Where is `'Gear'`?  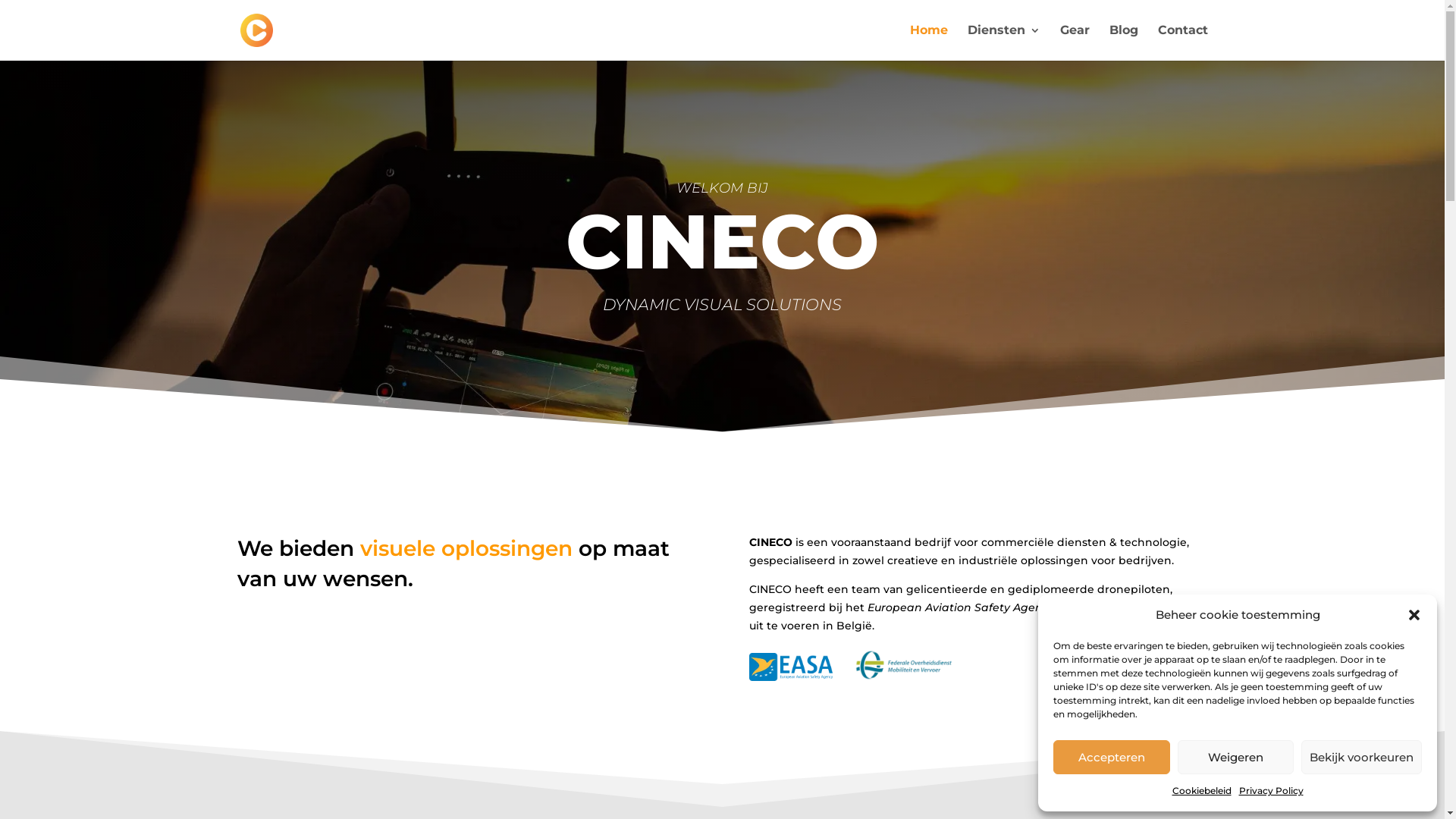 'Gear' is located at coordinates (1074, 42).